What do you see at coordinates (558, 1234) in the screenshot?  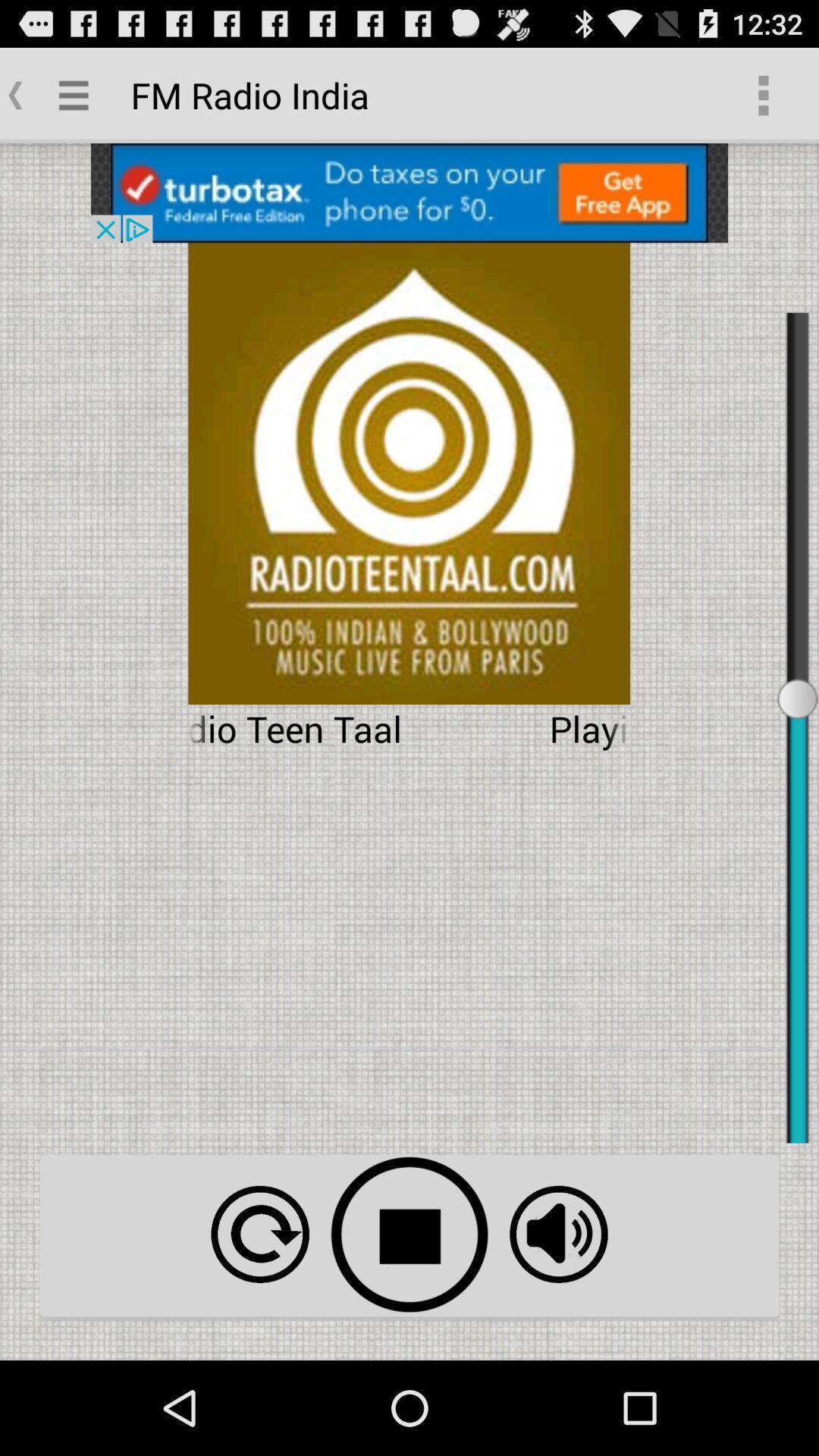 I see `change volume levels` at bounding box center [558, 1234].